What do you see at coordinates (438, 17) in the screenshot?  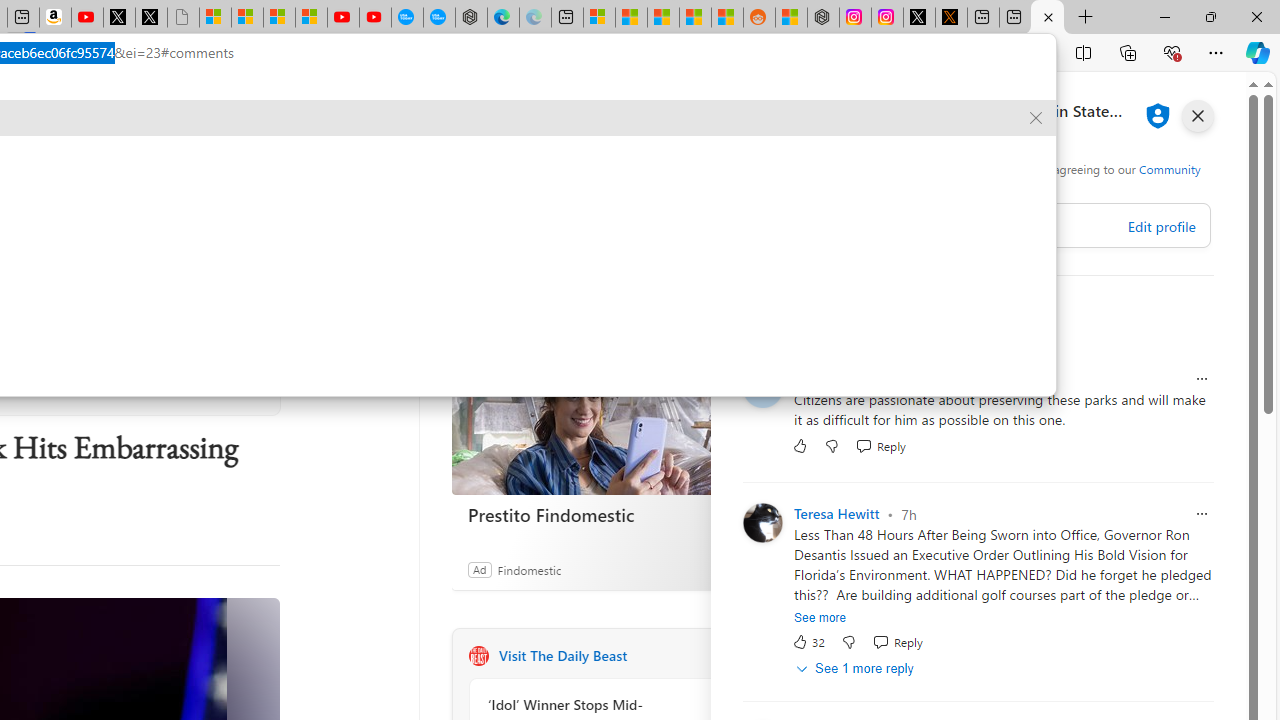 I see `'The most popular Google '` at bounding box center [438, 17].